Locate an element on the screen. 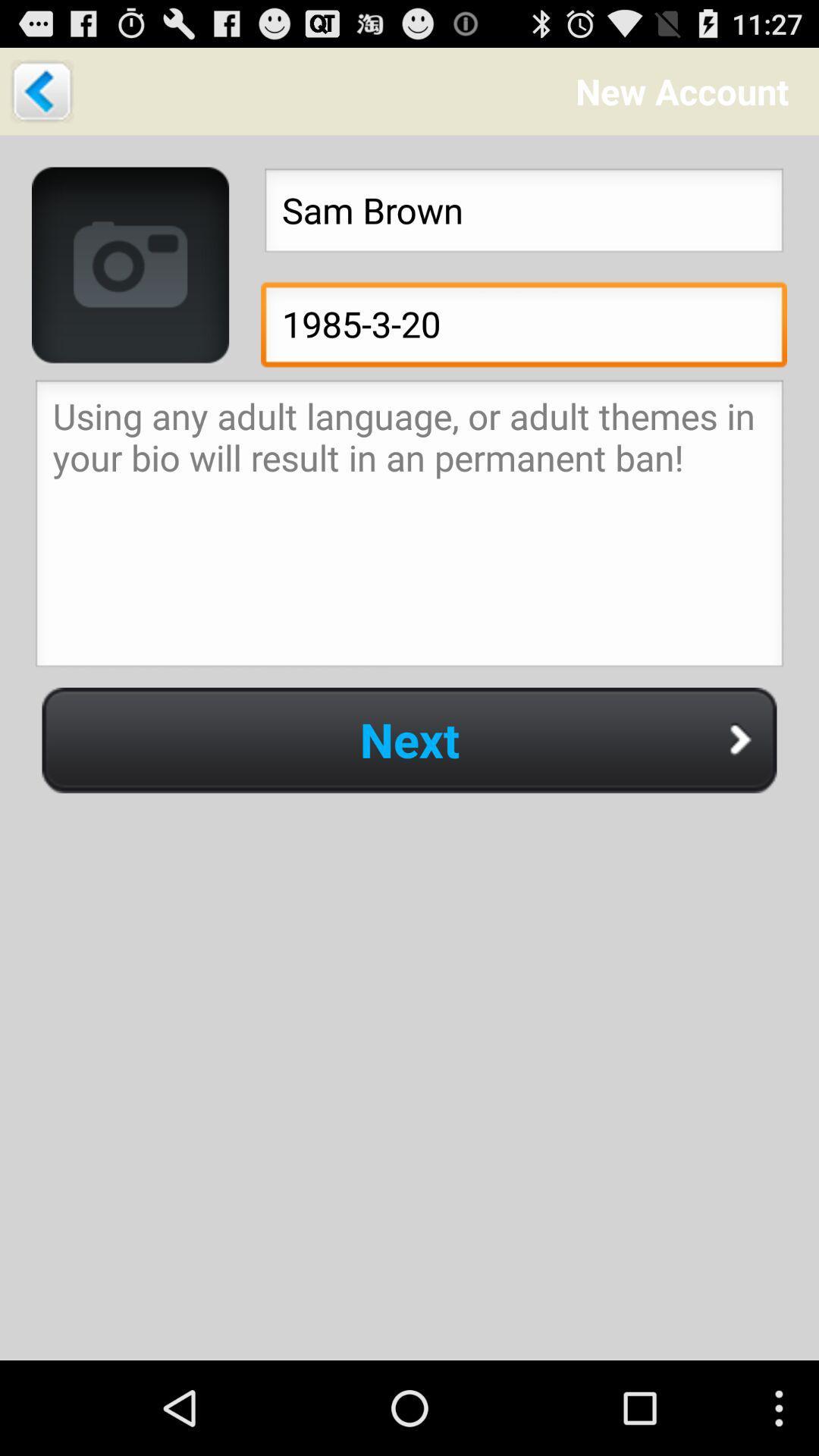 This screenshot has height=1456, width=819. write a bio is located at coordinates (409, 528).